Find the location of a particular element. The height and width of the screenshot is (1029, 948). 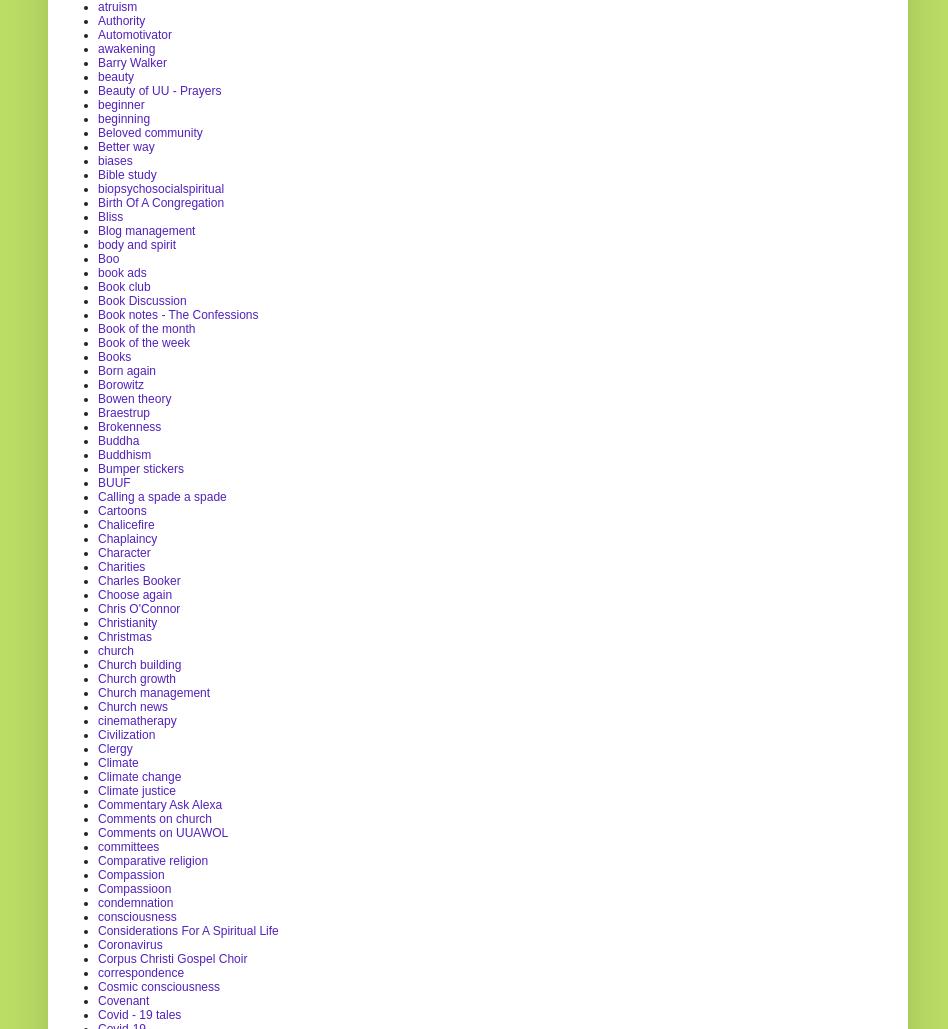

'awakening' is located at coordinates (125, 47).